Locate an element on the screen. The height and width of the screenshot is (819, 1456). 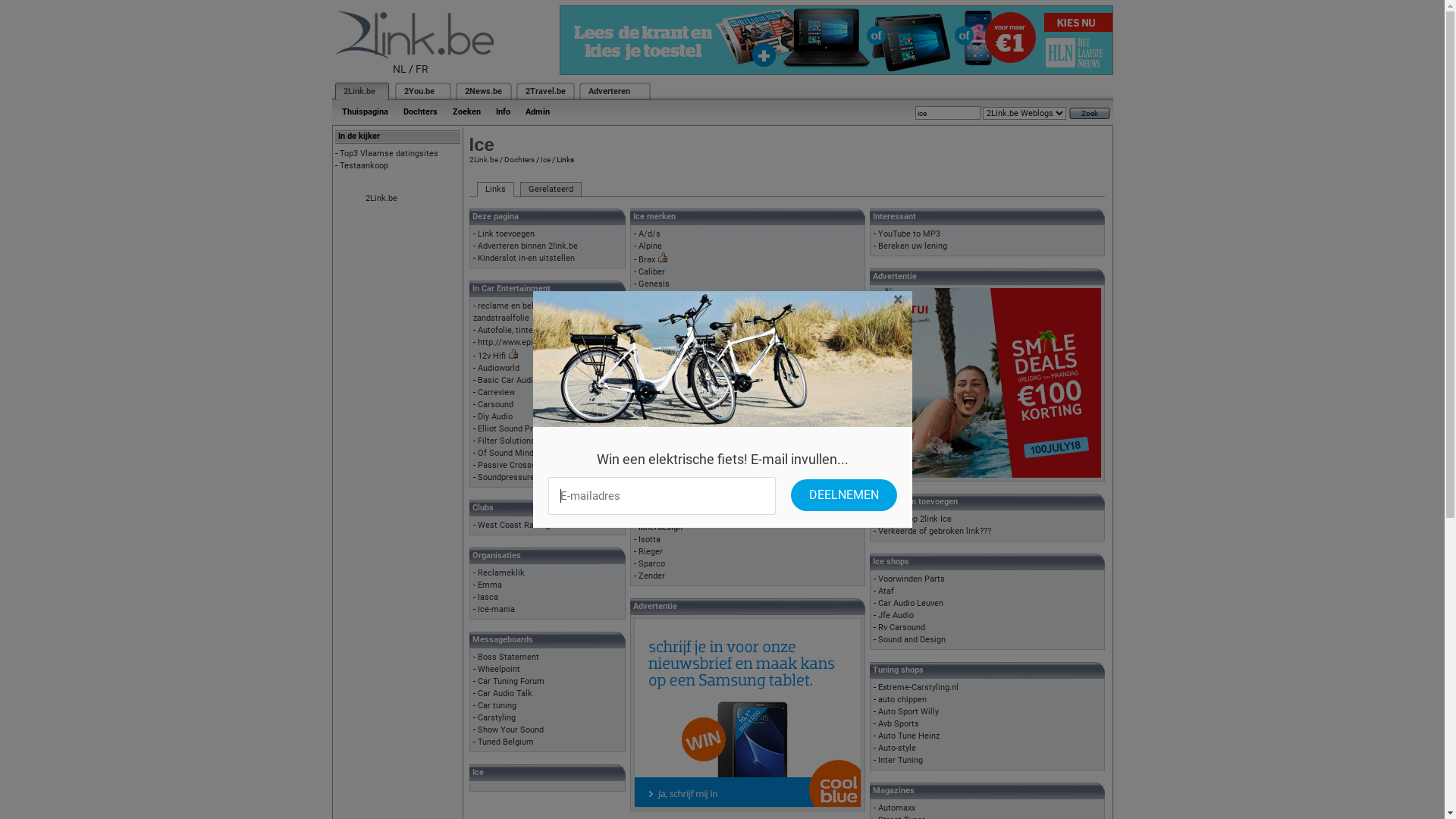
'auto chippen' is located at coordinates (902, 699).